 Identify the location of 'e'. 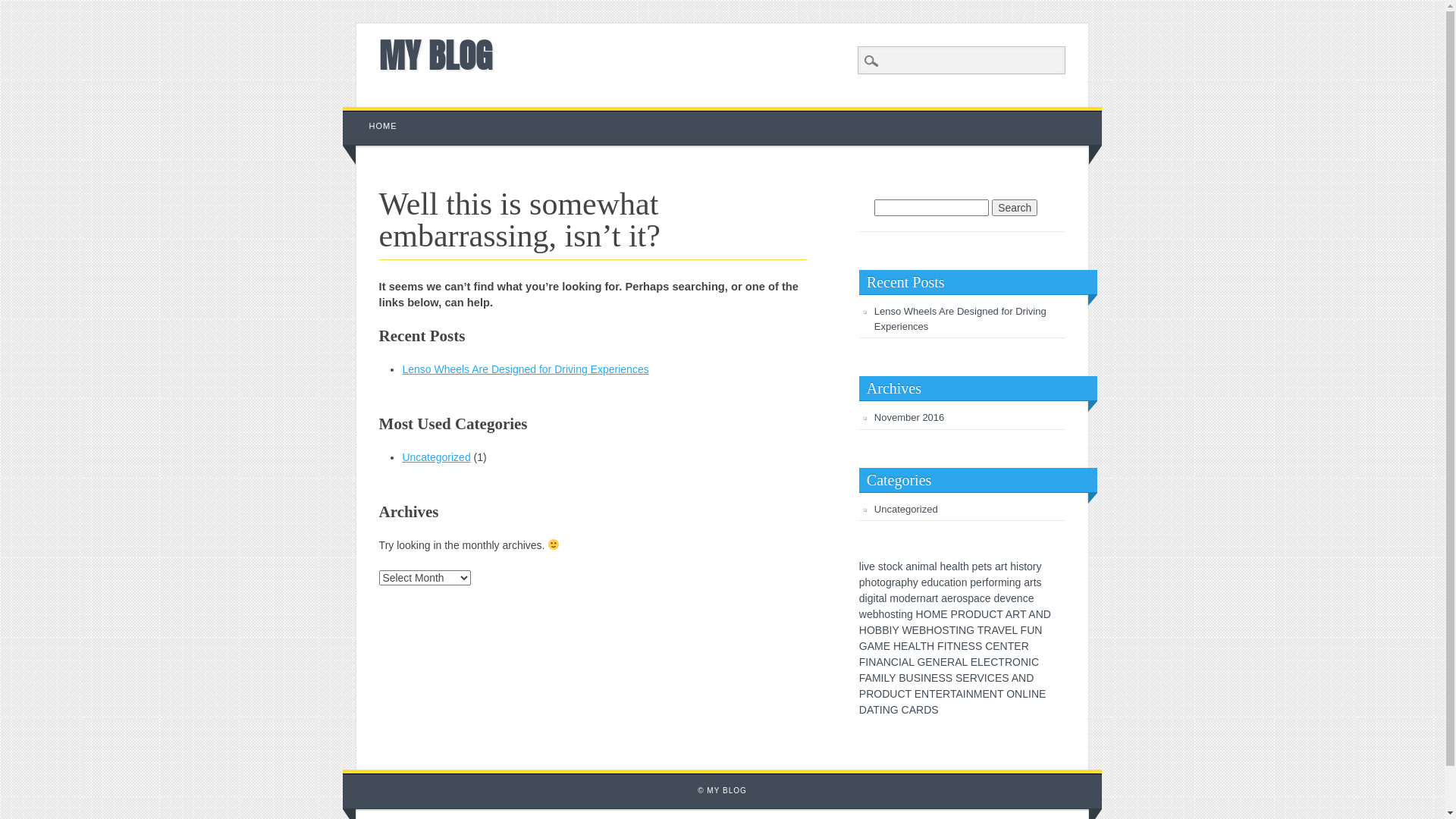
(1031, 598).